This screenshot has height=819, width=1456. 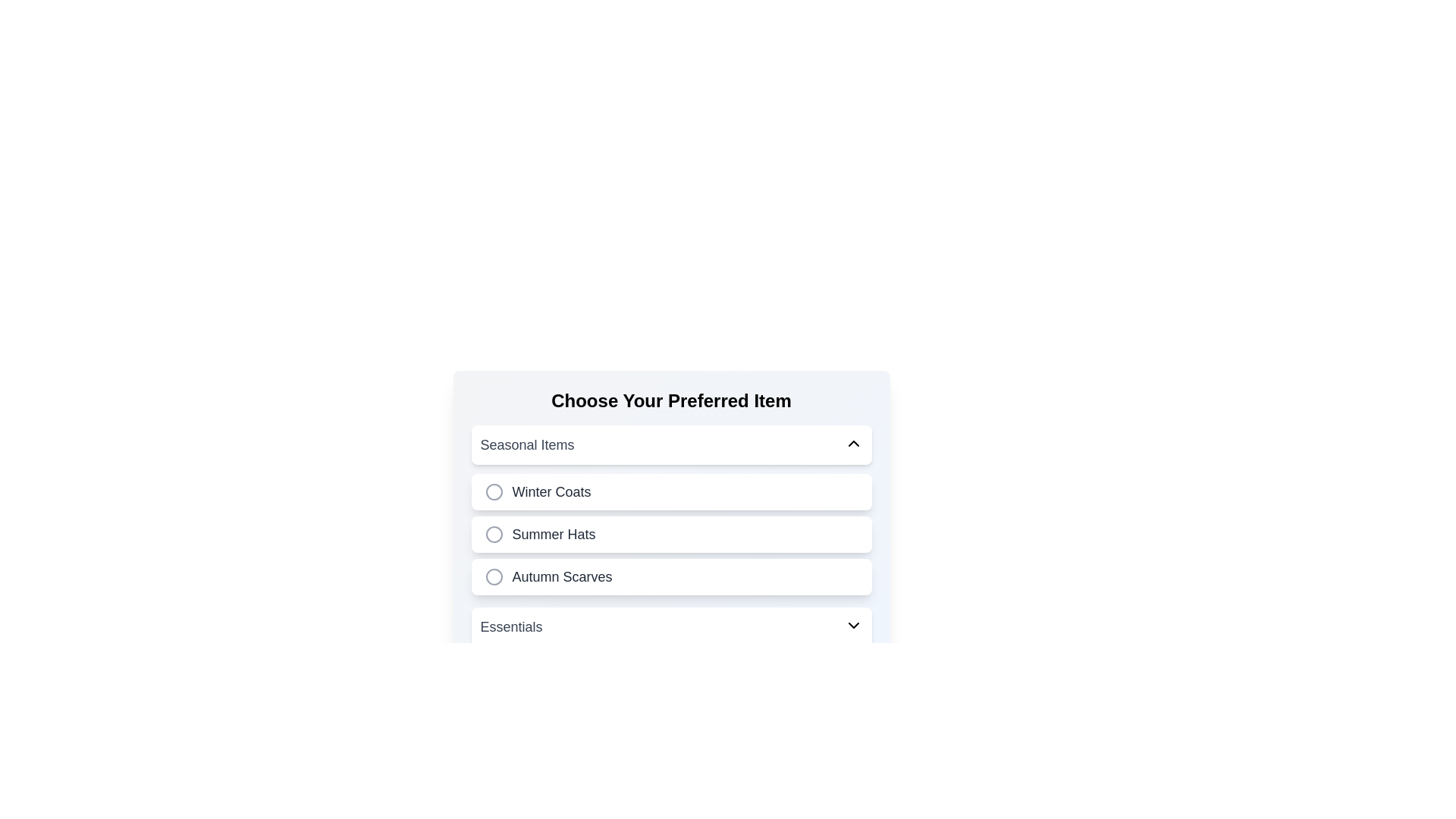 What do you see at coordinates (853, 626) in the screenshot?
I see `the downward-facing chevron icon associated with the 'Essentials' text` at bounding box center [853, 626].